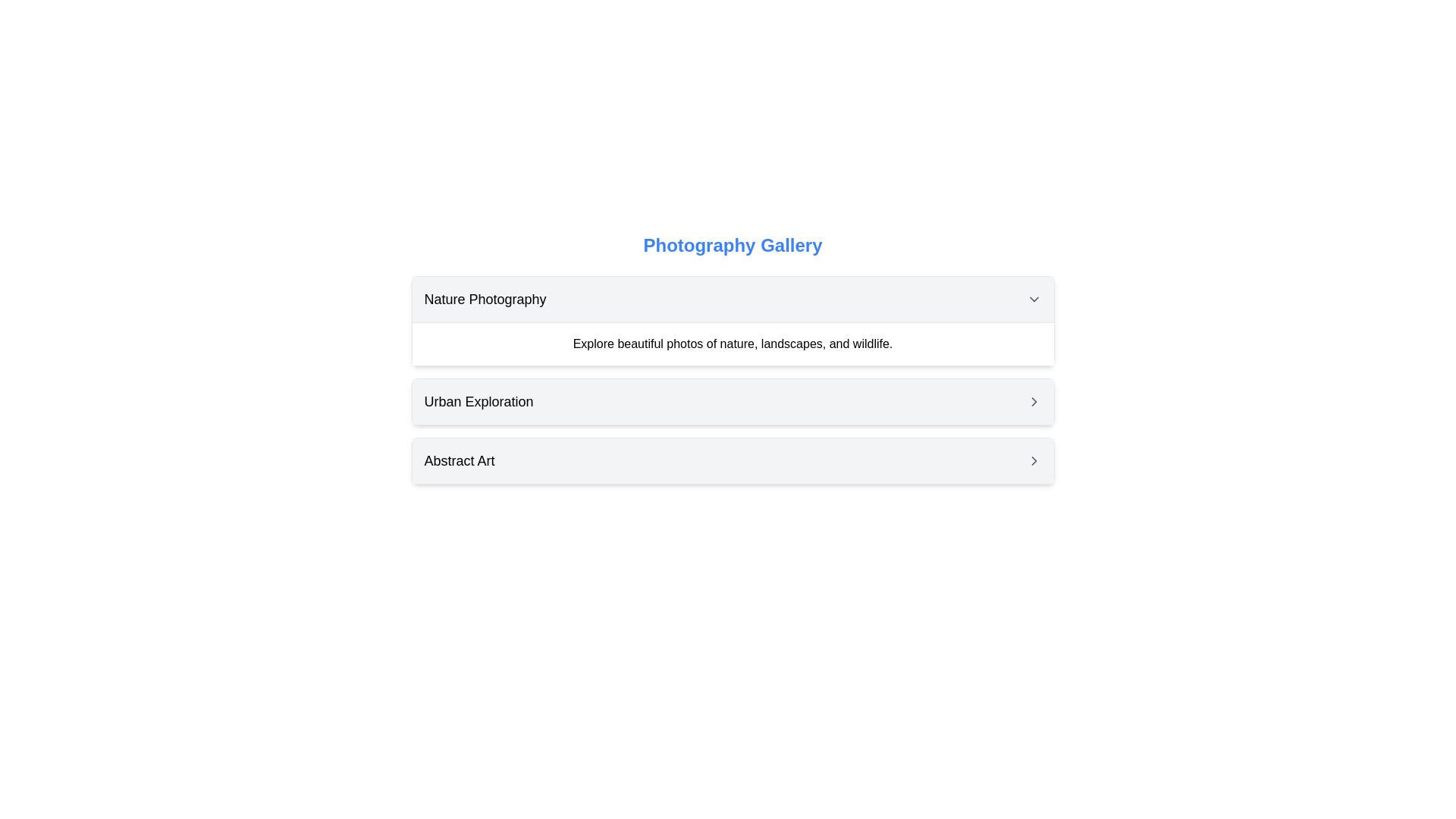 The image size is (1456, 819). Describe the element at coordinates (733, 460) in the screenshot. I see `the selection button for the 'Abstract Art' category, which is the last item in the vertical stack under 'Photography Gallery'` at that location.